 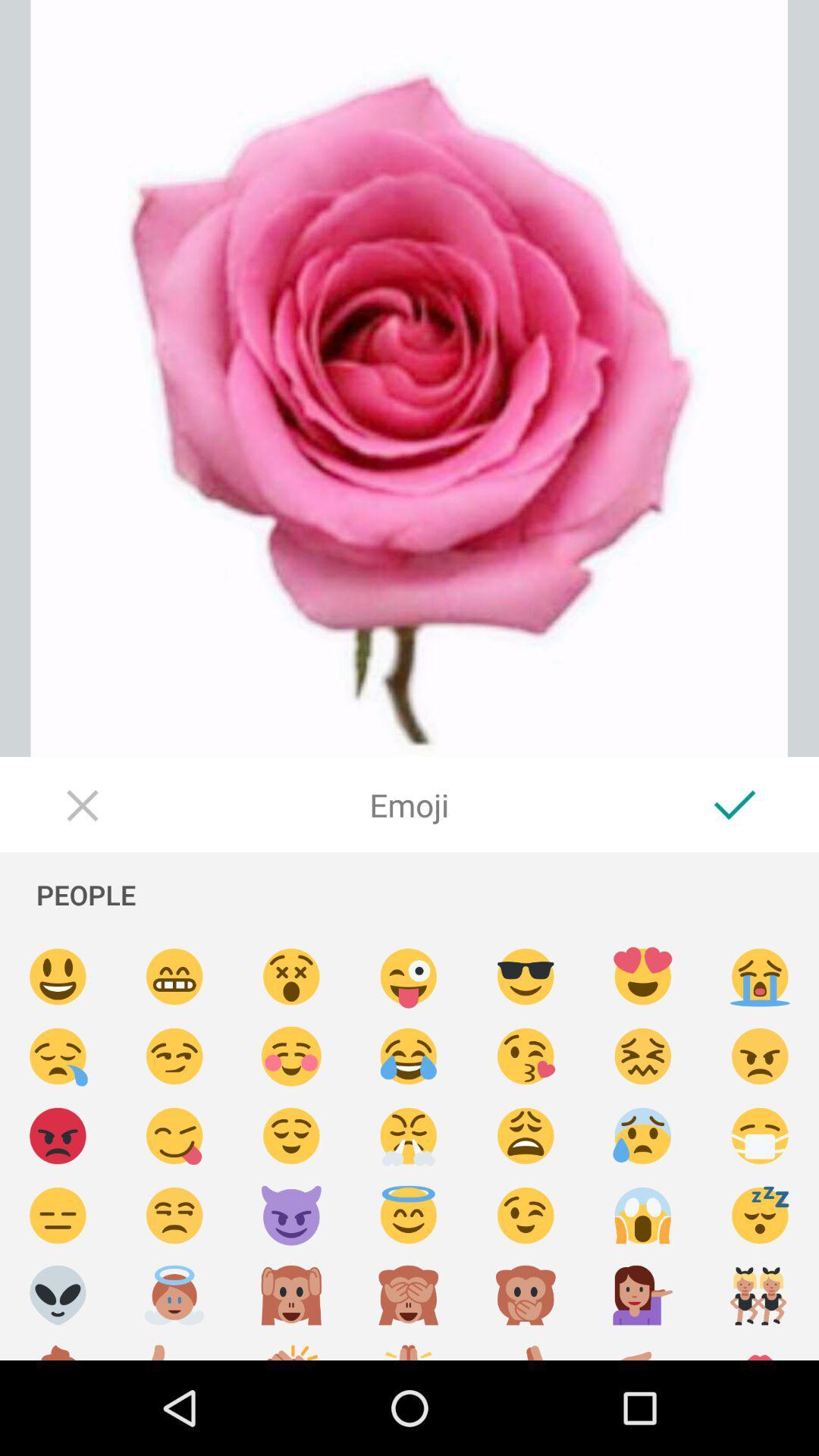 I want to click on tag as sad, so click(x=525, y=1136).